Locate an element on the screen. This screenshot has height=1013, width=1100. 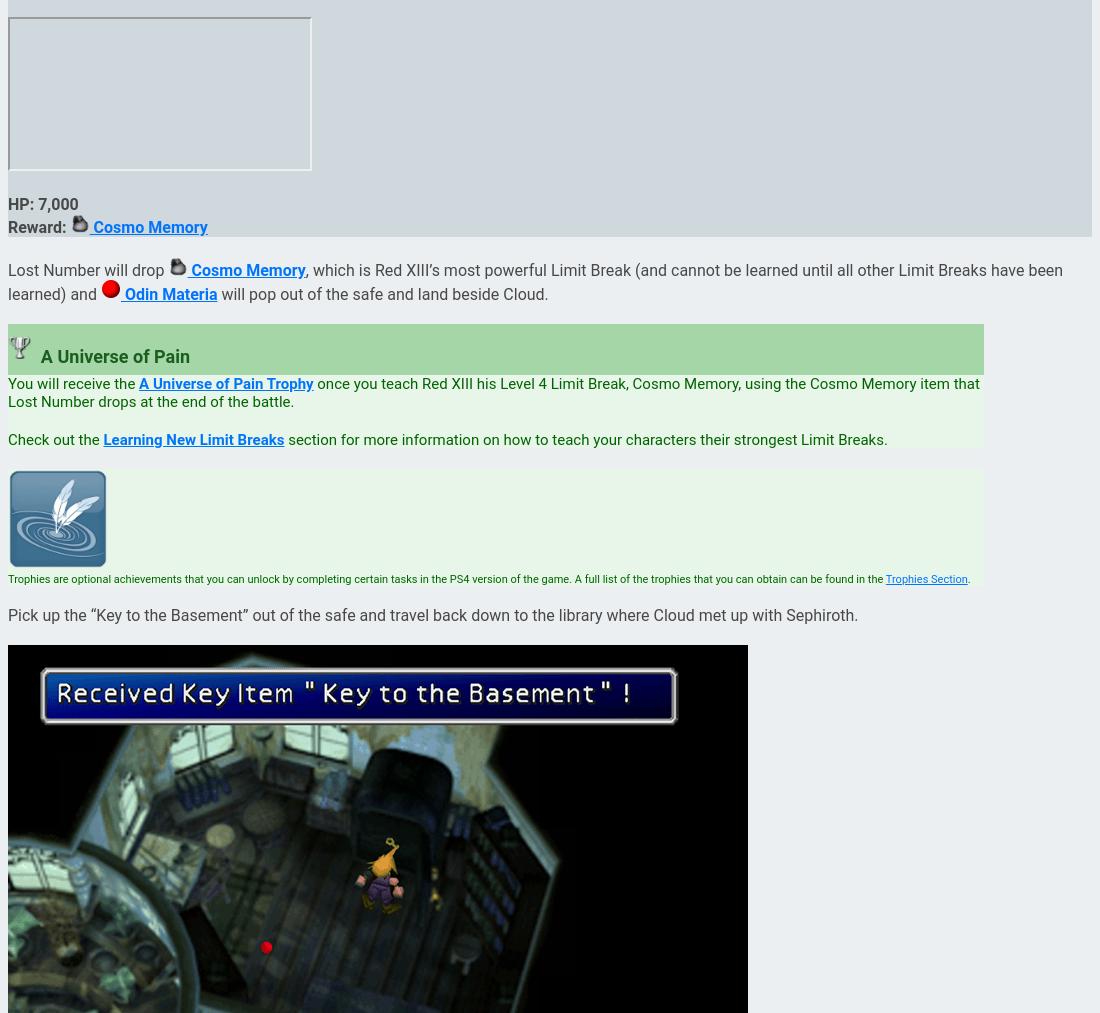
'You will receive the' is located at coordinates (73, 383).